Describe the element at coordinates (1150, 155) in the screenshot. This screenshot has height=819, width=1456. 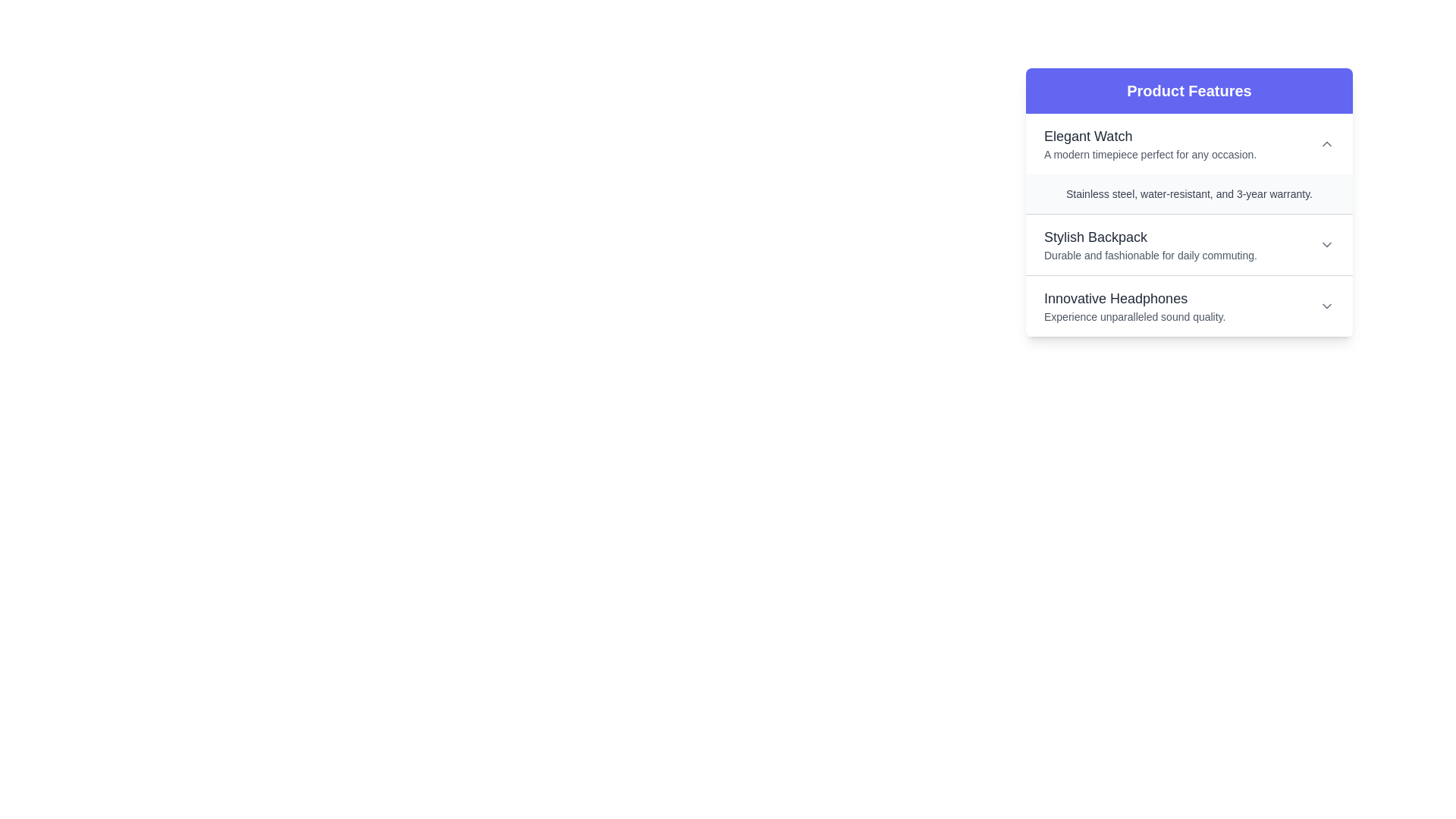
I see `text label displaying 'A modern timepiece perfect for any occasion.' located beneath the title 'Elegant Watch' within the 'Product Features' panel` at that location.